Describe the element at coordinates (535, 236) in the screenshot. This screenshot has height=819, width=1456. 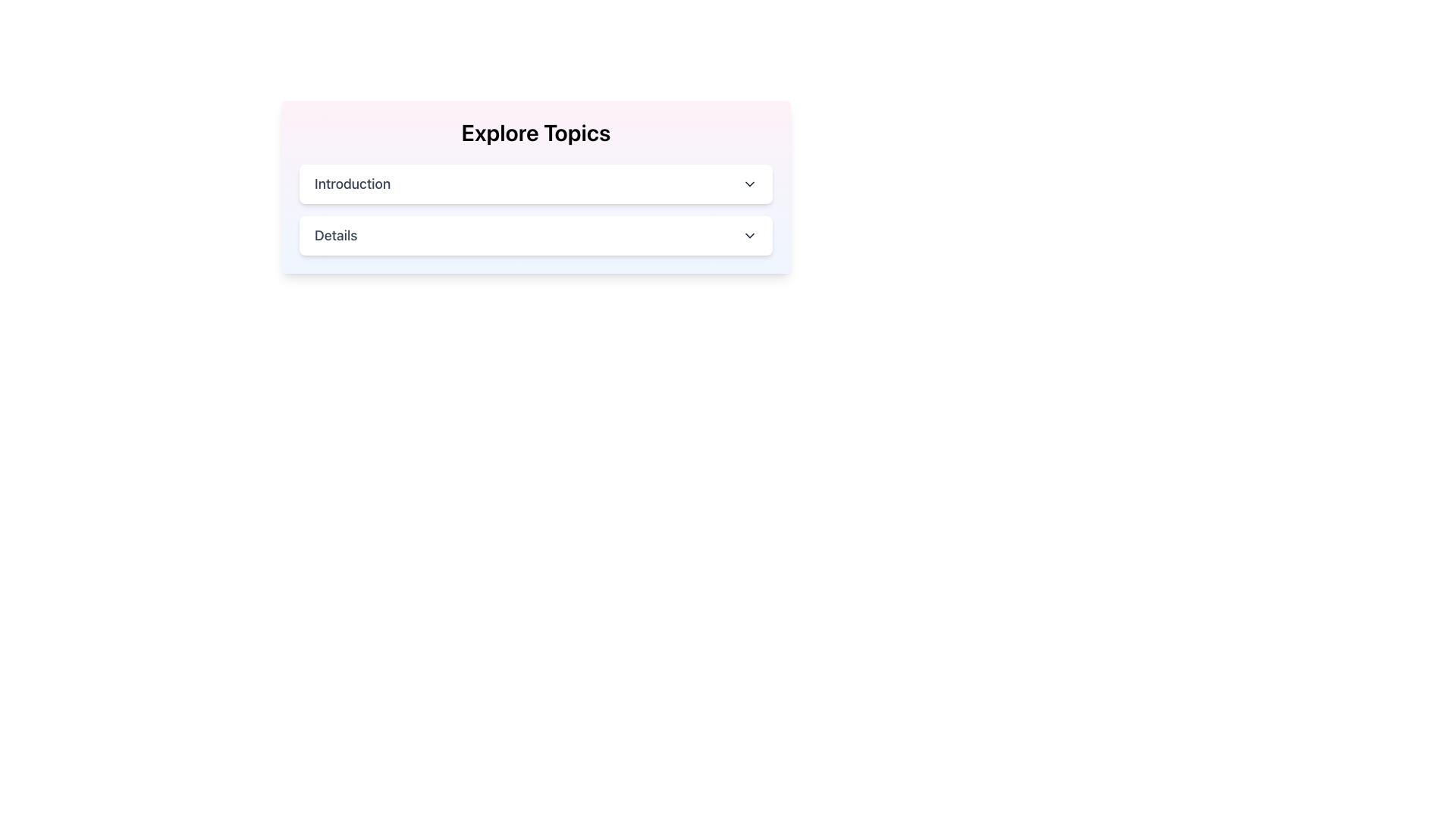
I see `the Dropdown toggle section located beneath the 'Introduction' section in the 'Explore Topics' vertical layout` at that location.